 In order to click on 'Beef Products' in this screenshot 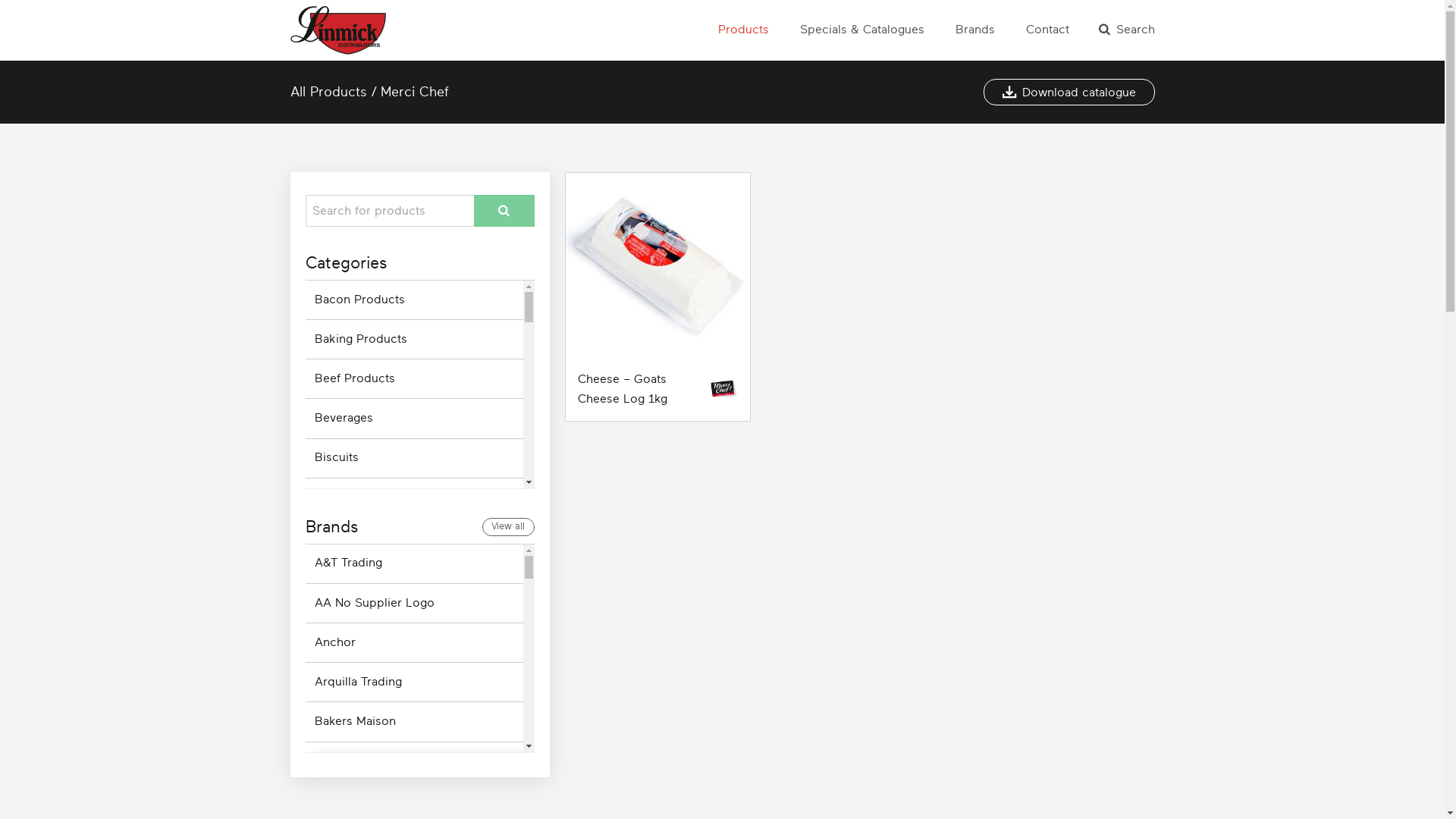, I will do `click(413, 378)`.